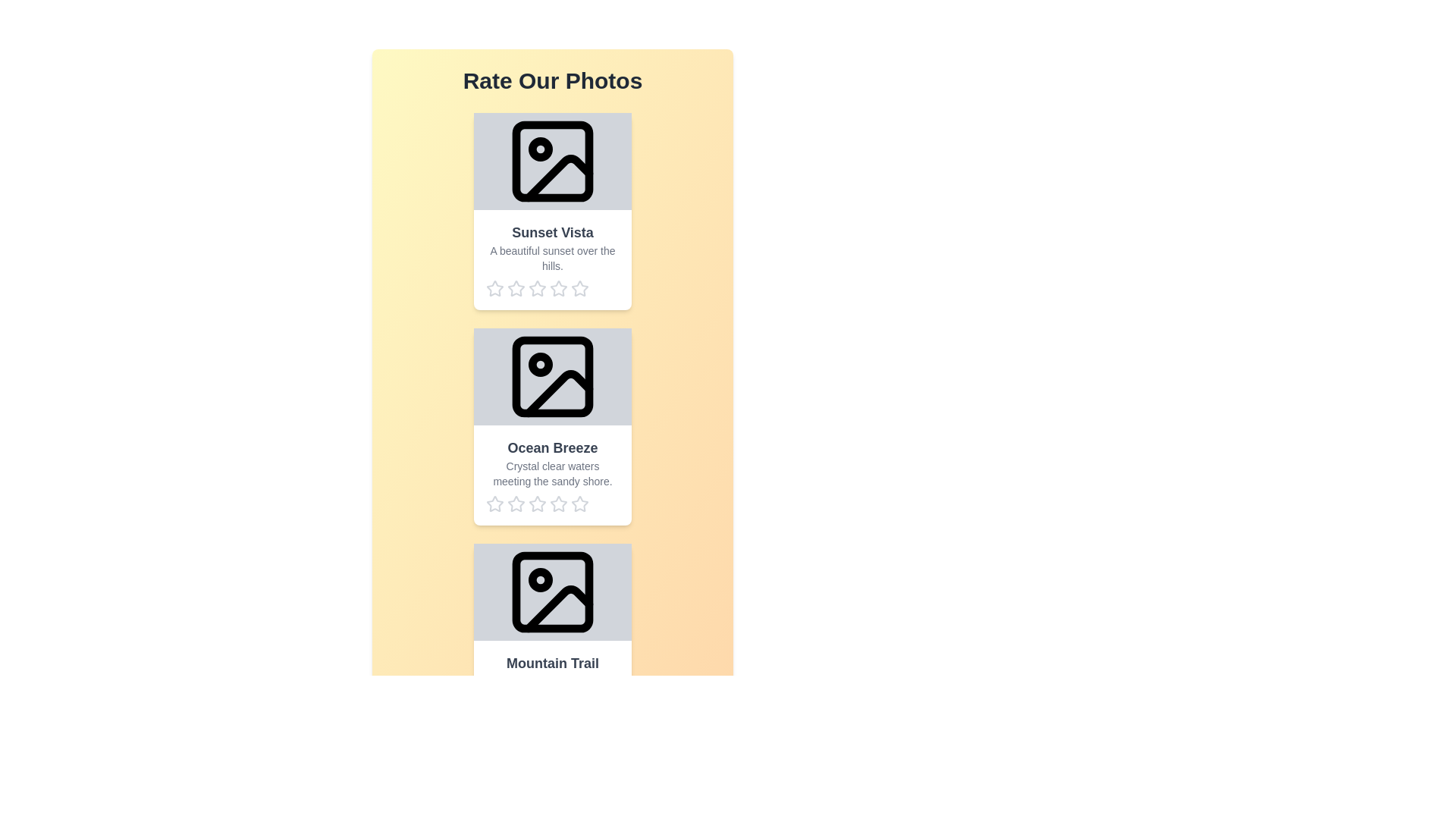 The image size is (1456, 819). Describe the element at coordinates (552, 642) in the screenshot. I see `the photo titled Mountain Trail to view its name and description` at that location.